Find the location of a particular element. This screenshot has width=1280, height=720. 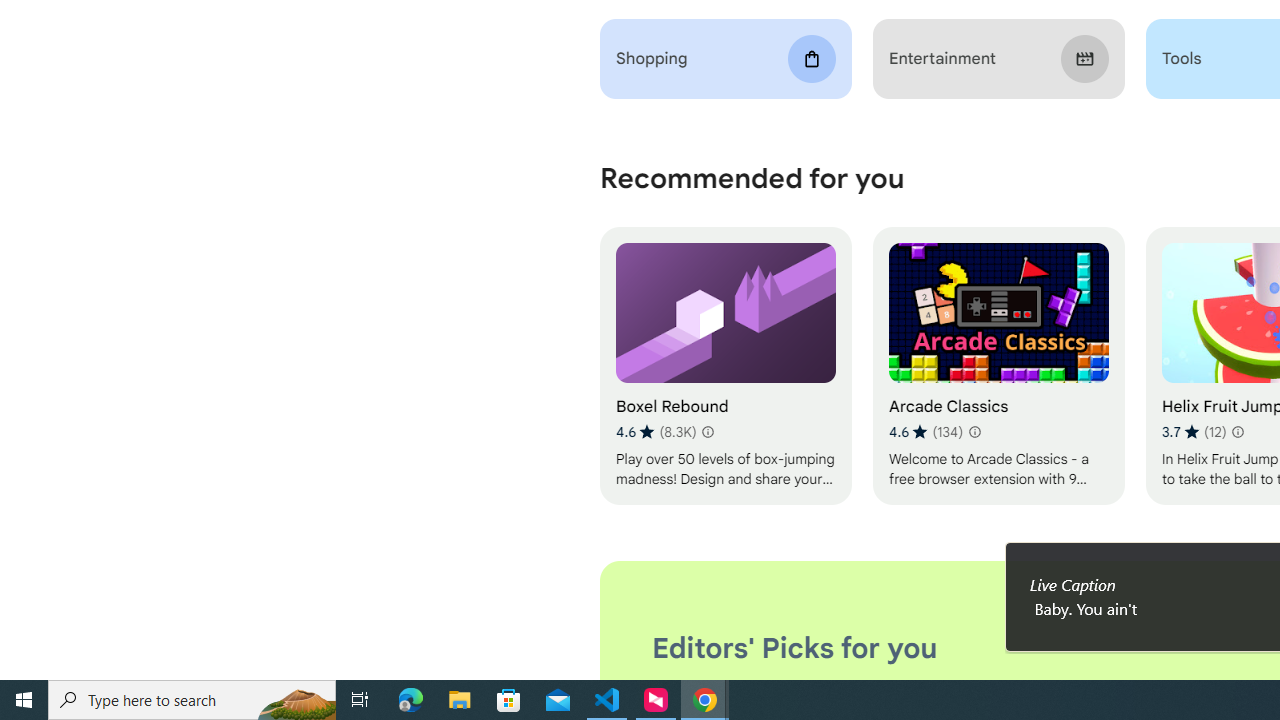

'Shopping' is located at coordinates (724, 58).